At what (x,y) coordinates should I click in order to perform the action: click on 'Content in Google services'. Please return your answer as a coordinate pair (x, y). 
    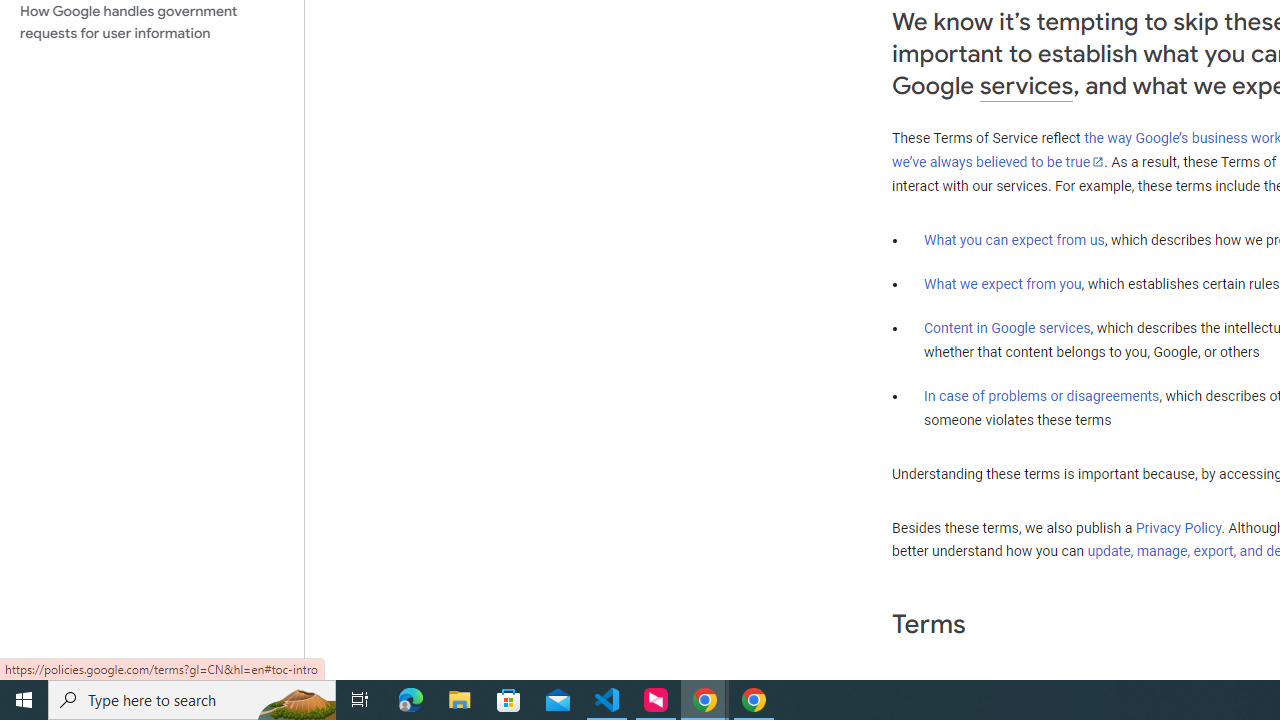
    Looking at the image, I should click on (1007, 326).